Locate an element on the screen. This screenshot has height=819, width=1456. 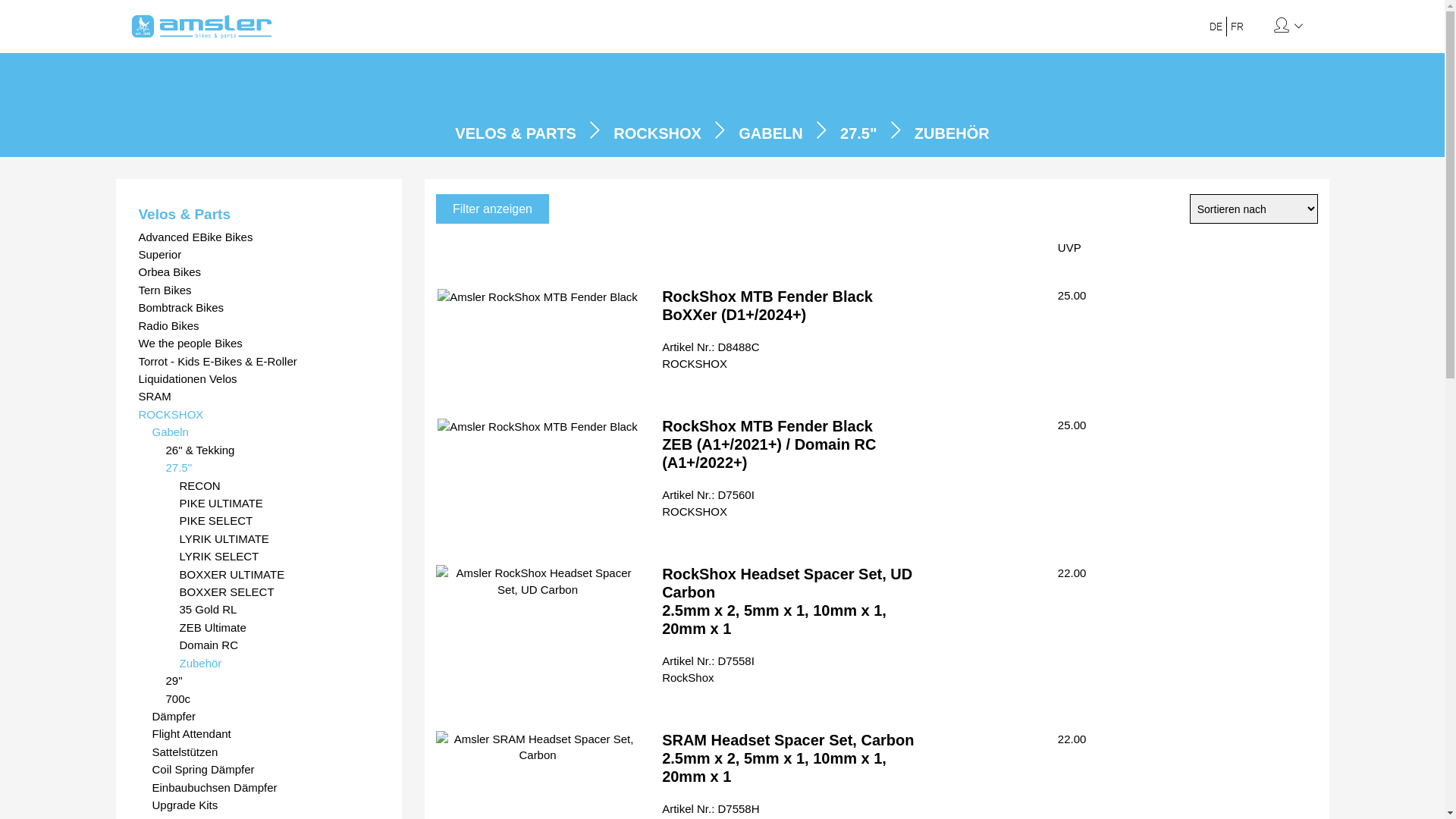
'DE' is located at coordinates (1208, 26).